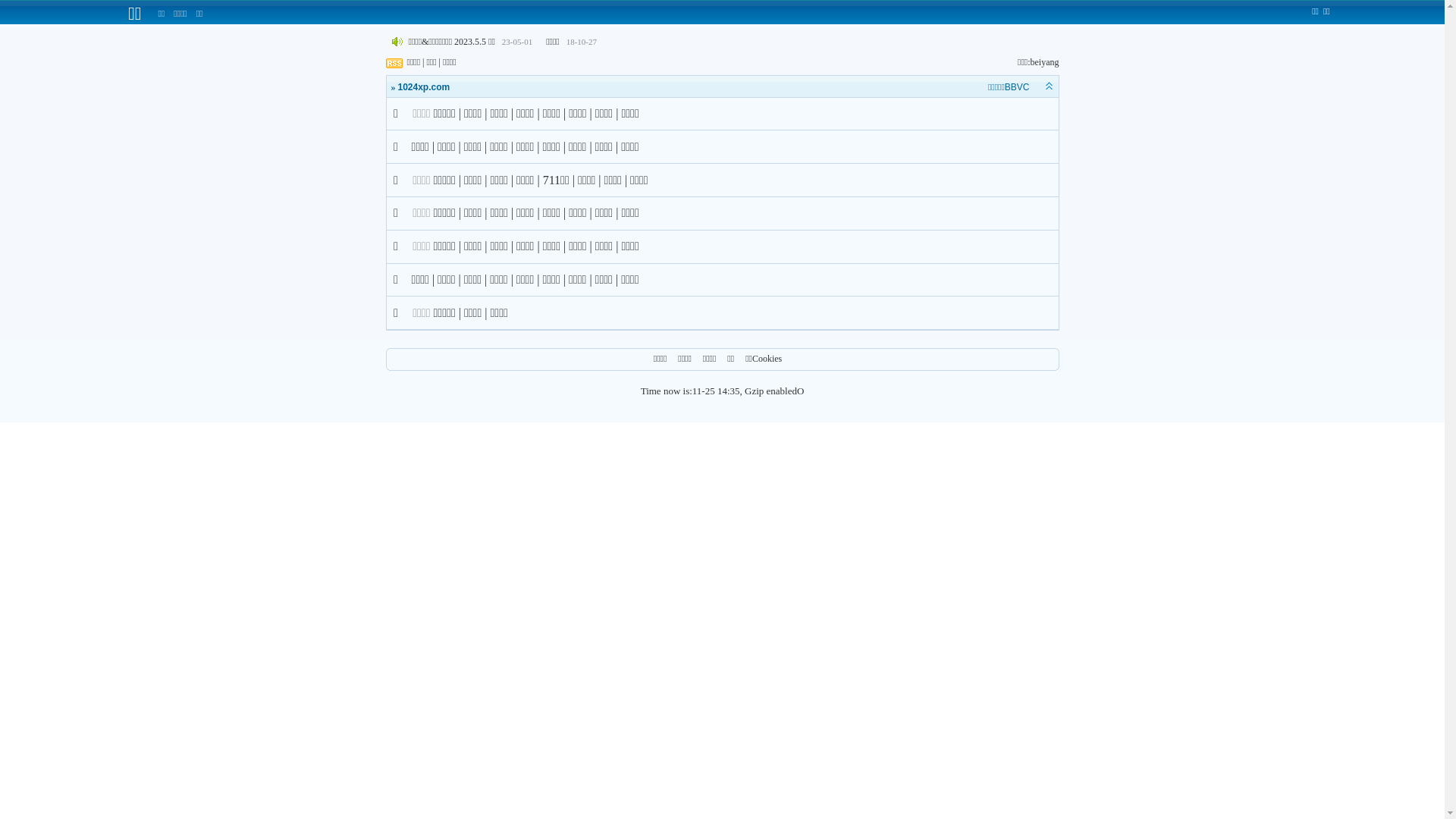 The height and width of the screenshot is (819, 1456). Describe the element at coordinates (1043, 61) in the screenshot. I see `'beiyang'` at that location.